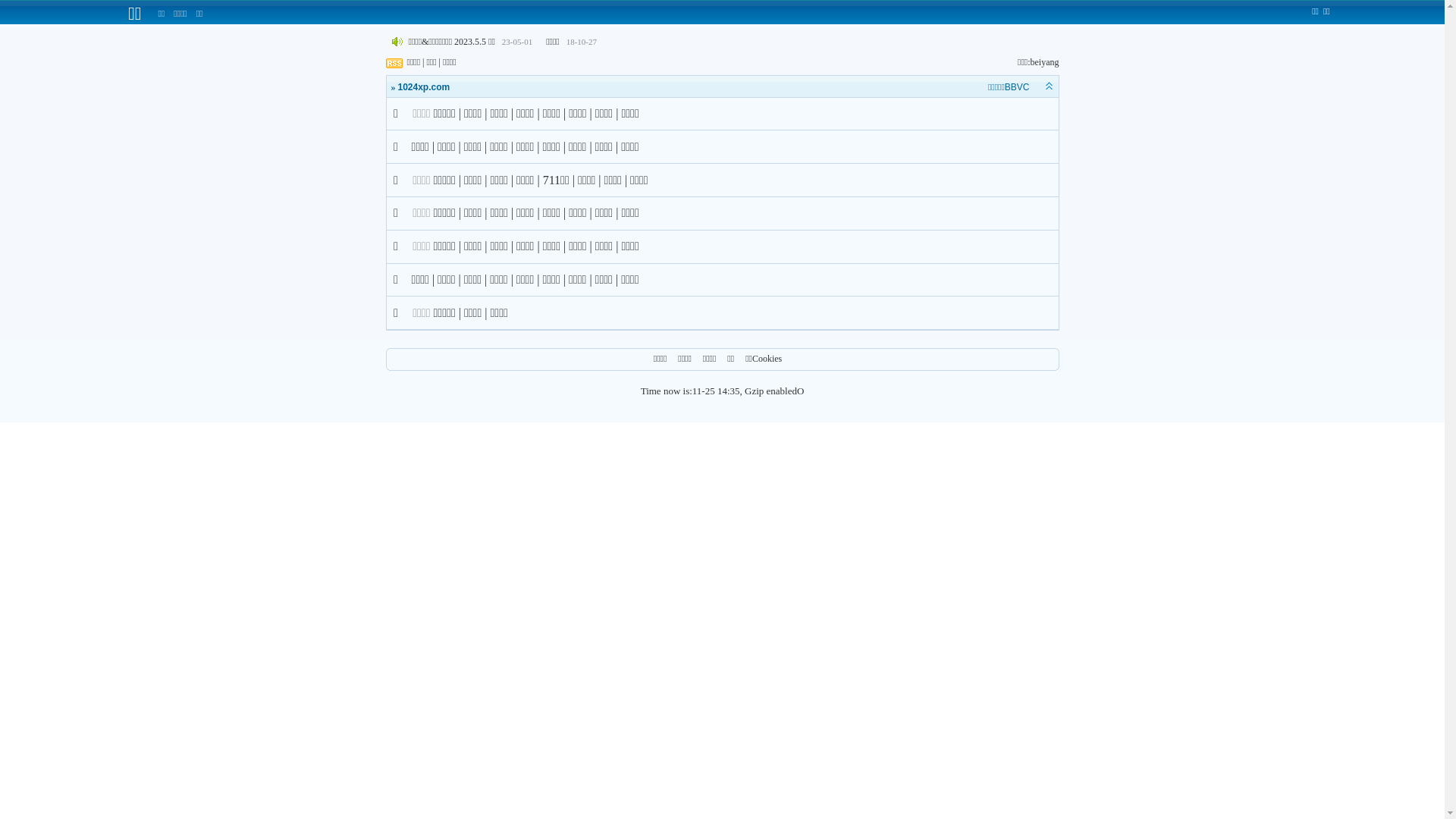 The height and width of the screenshot is (819, 1456). Describe the element at coordinates (1043, 61) in the screenshot. I see `'beiyang'` at that location.